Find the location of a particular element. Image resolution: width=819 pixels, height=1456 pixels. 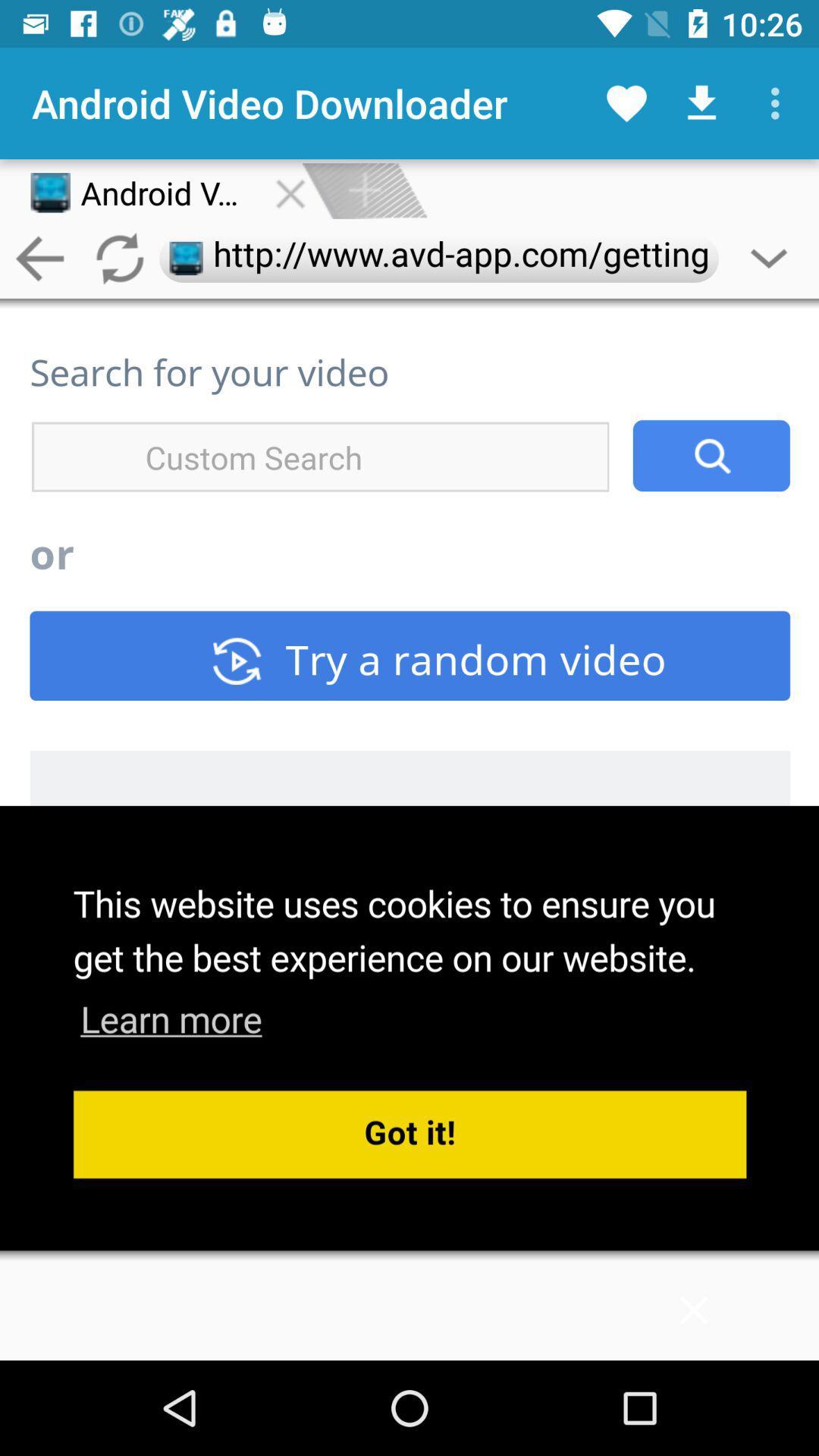

on is located at coordinates (365, 190).